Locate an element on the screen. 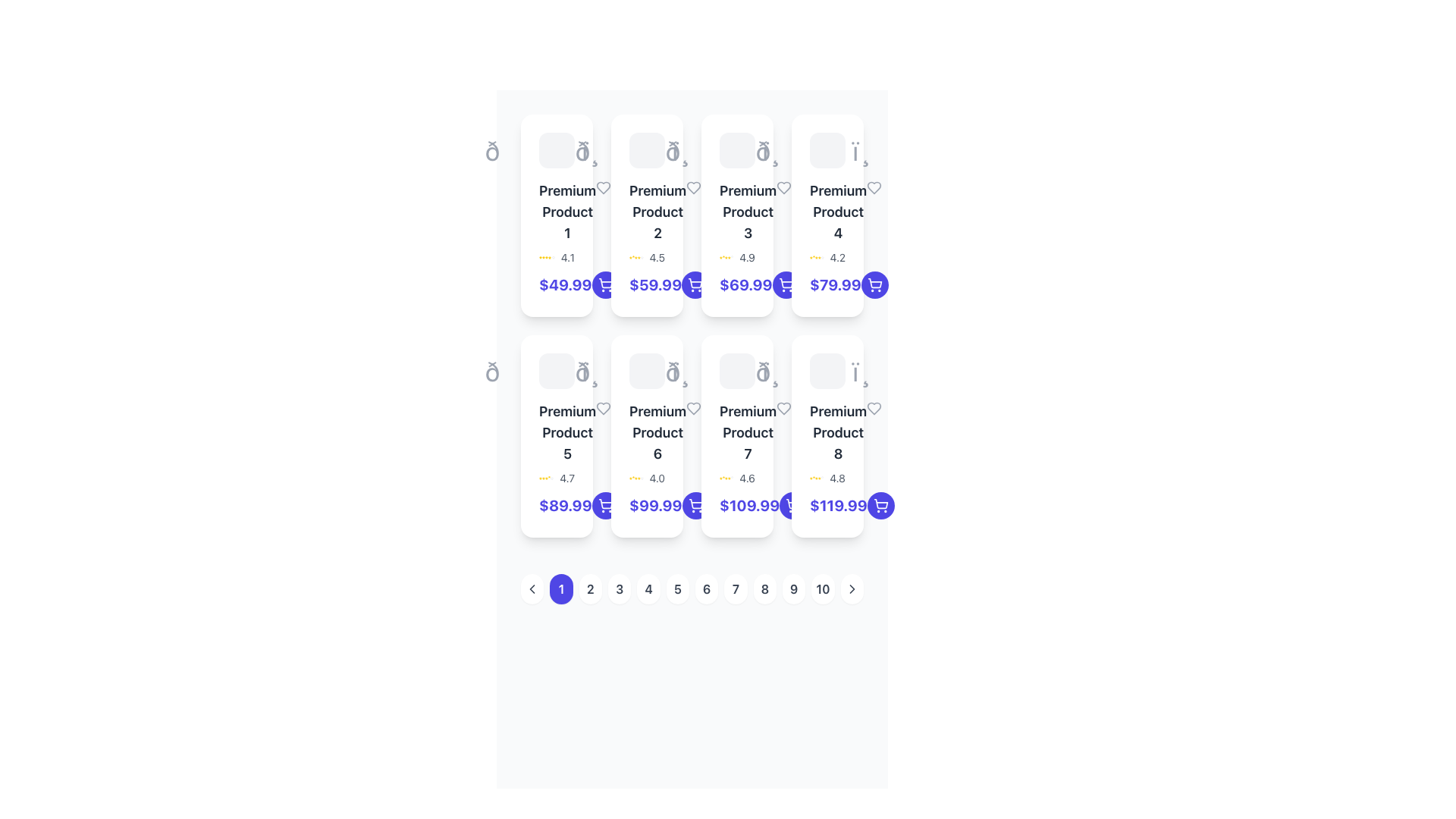 This screenshot has height=819, width=1456. the Rating display for 'Premium Product 5' to interact with the rating system is located at coordinates (556, 479).